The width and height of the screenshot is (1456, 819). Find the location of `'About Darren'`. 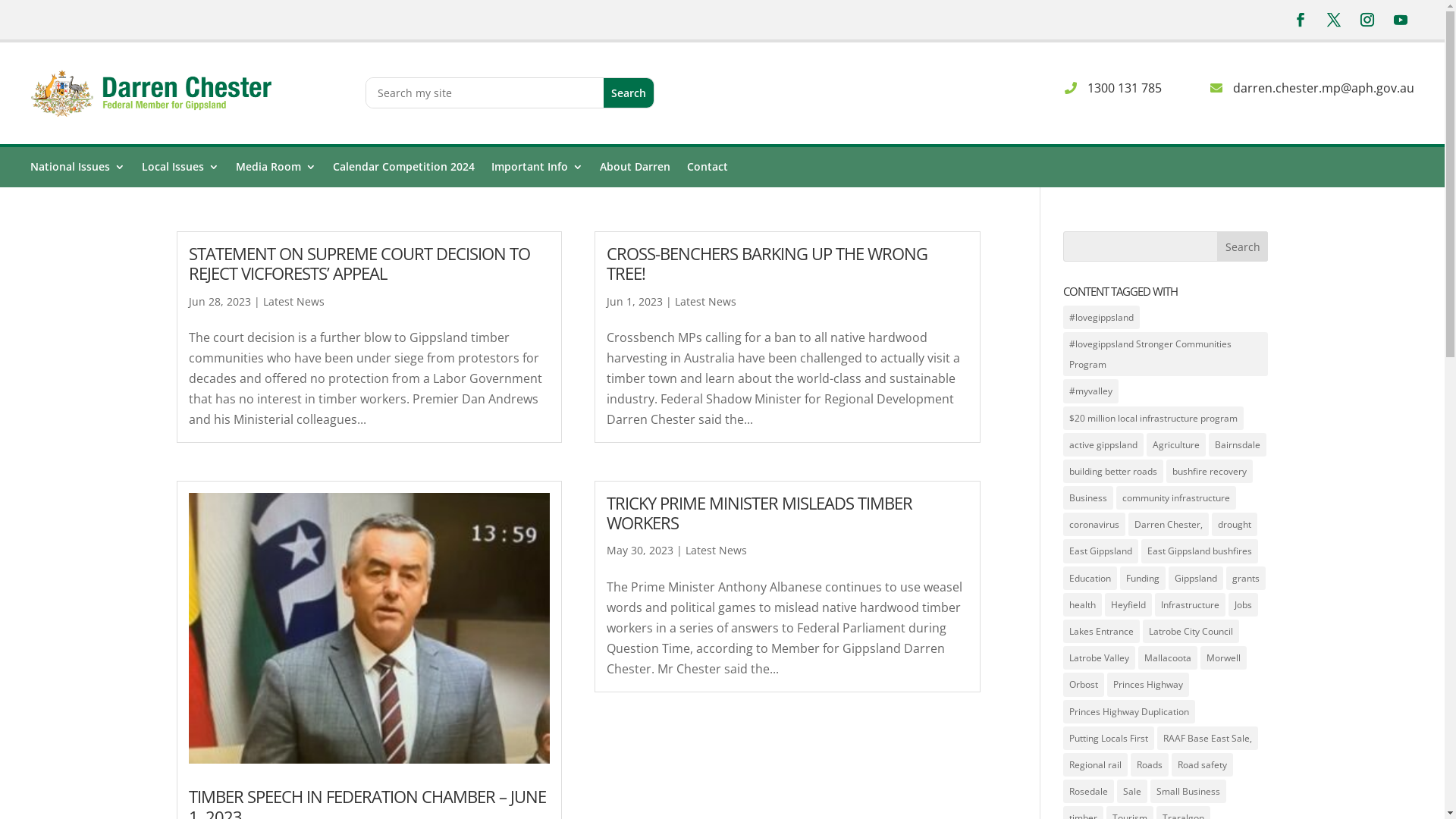

'About Darren' is located at coordinates (635, 169).